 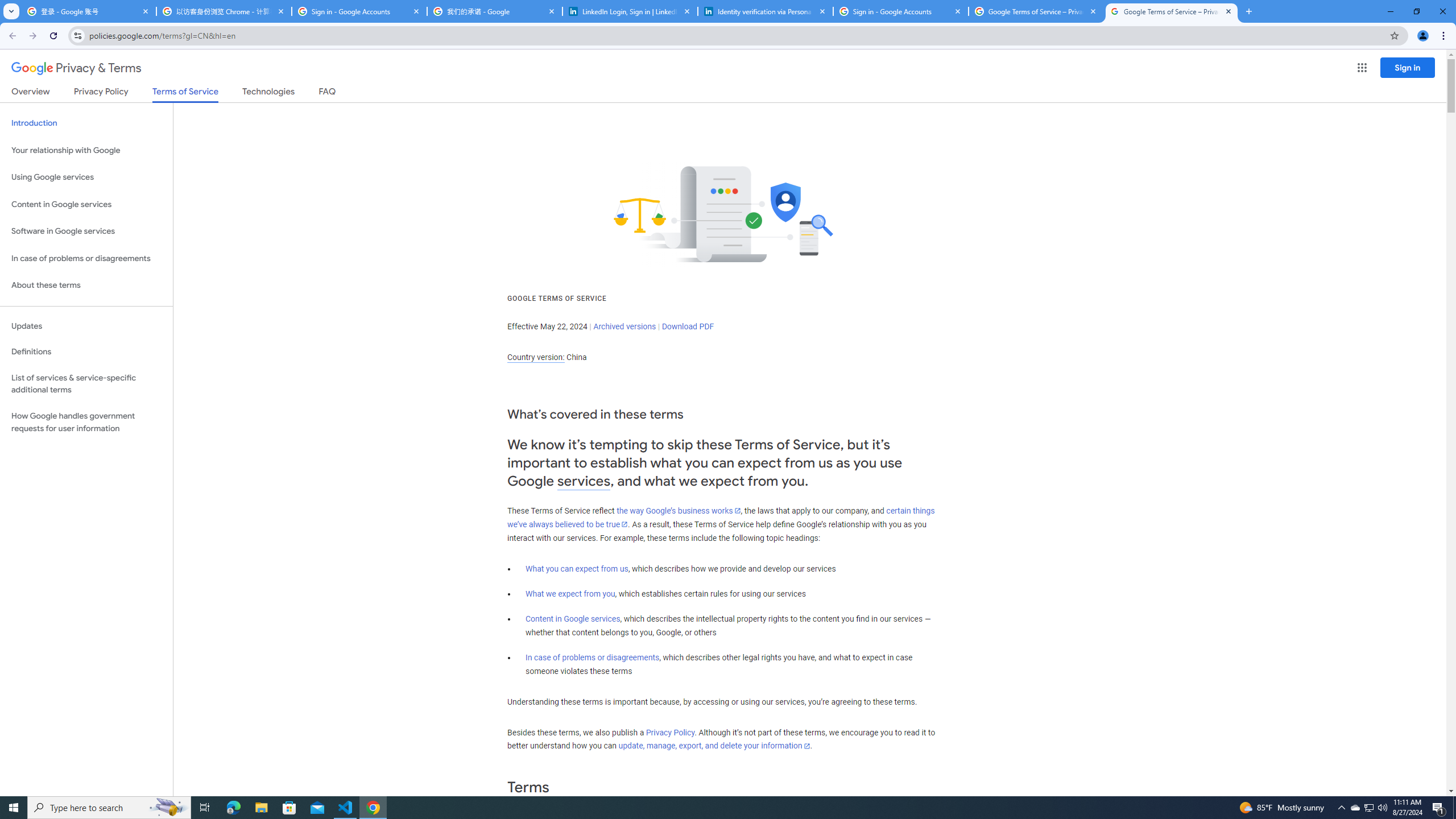 I want to click on 'services', so click(x=584, y=481).